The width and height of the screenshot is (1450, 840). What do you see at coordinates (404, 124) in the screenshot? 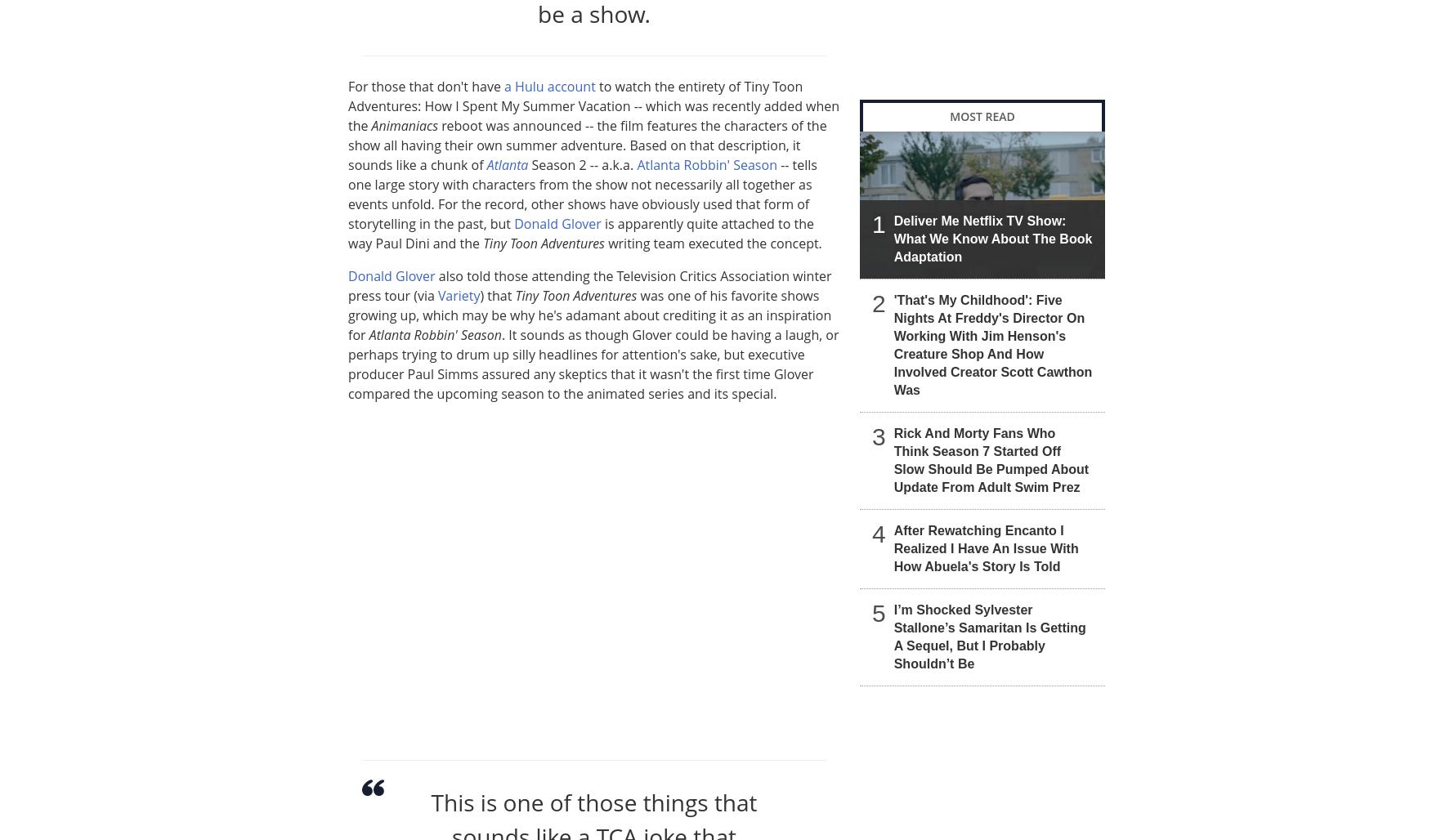
I see `'Animaniacs'` at bounding box center [404, 124].